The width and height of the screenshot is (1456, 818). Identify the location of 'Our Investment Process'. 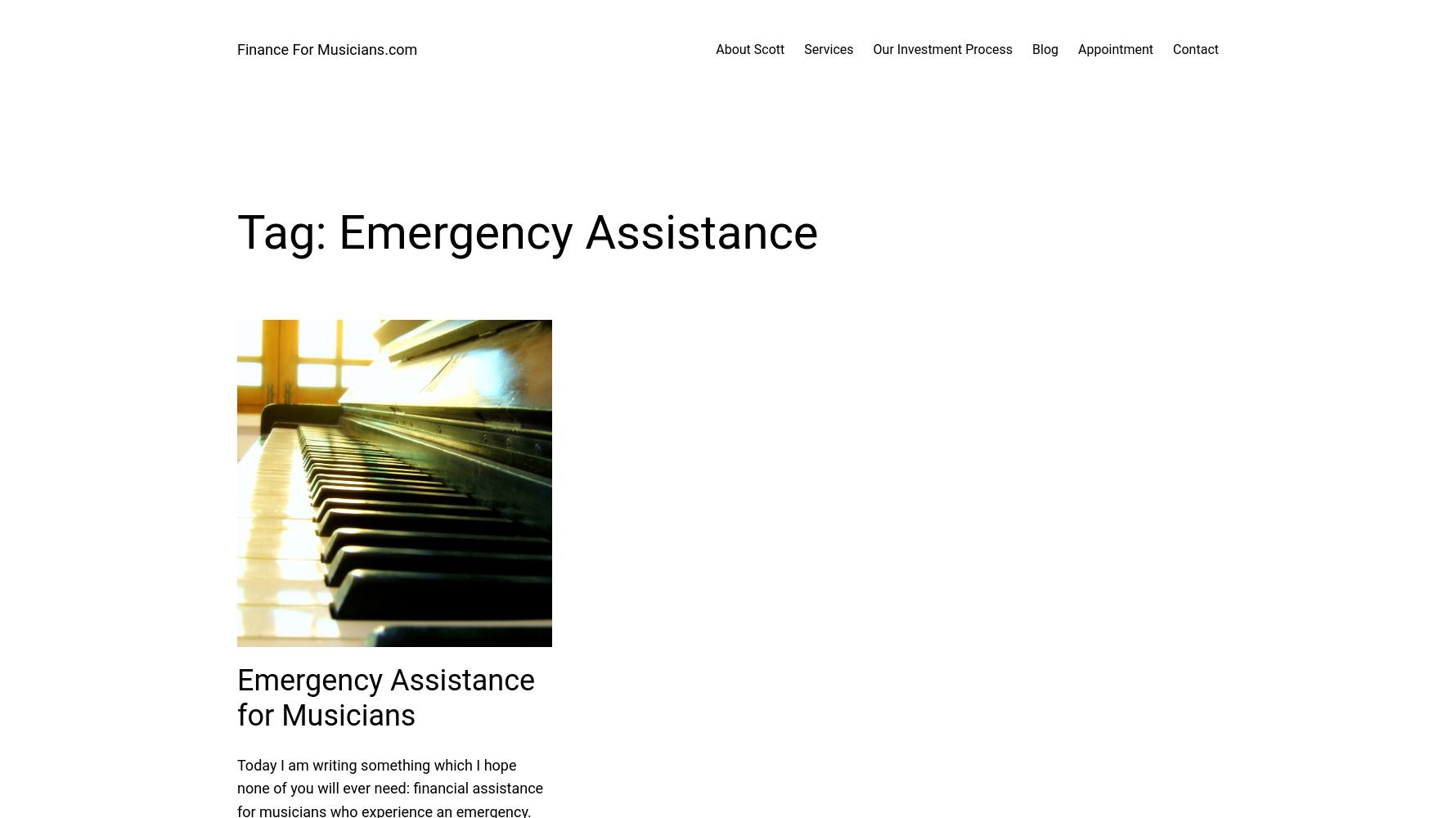
(941, 49).